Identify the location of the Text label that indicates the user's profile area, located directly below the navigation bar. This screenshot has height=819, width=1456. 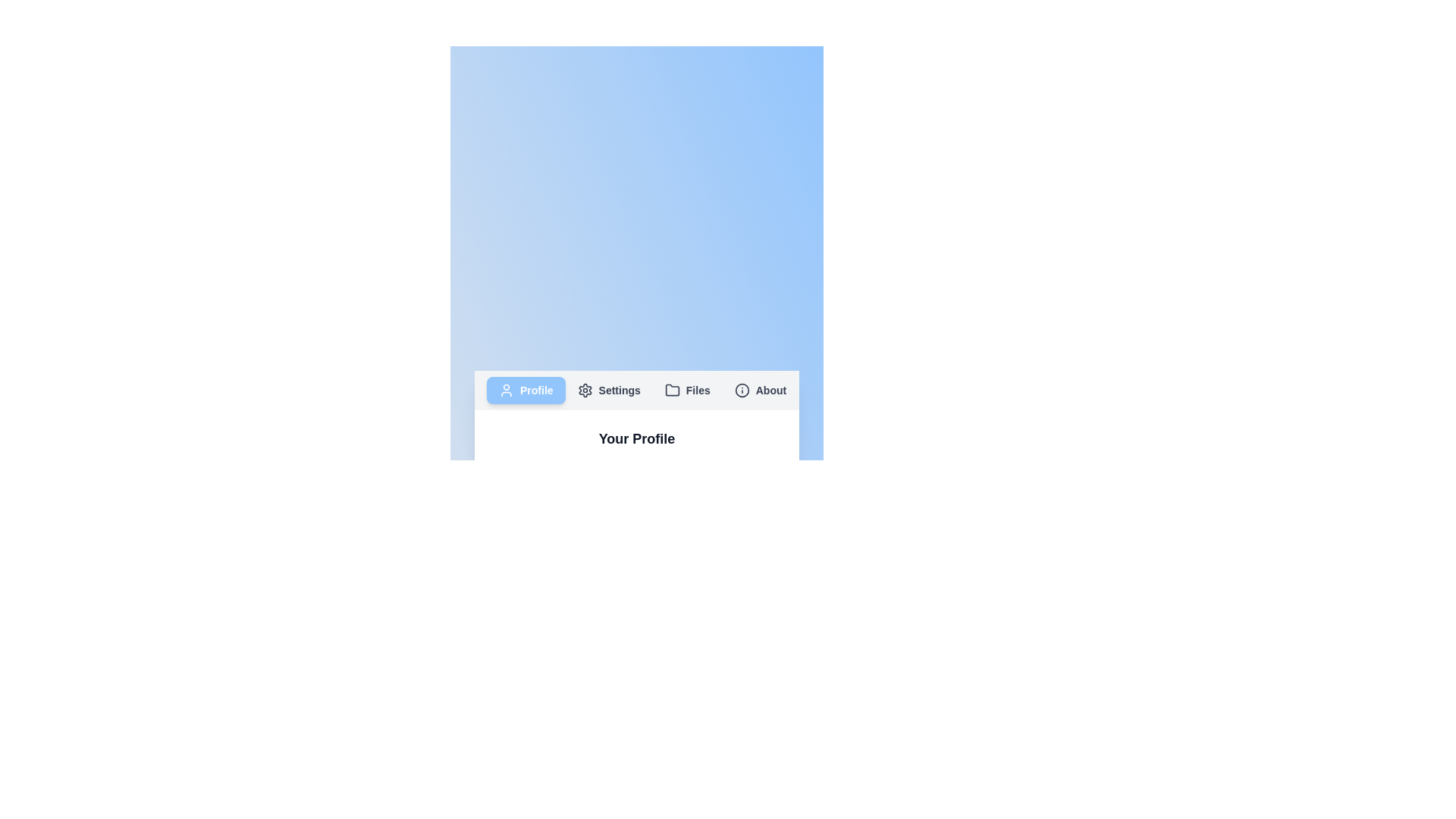
(637, 438).